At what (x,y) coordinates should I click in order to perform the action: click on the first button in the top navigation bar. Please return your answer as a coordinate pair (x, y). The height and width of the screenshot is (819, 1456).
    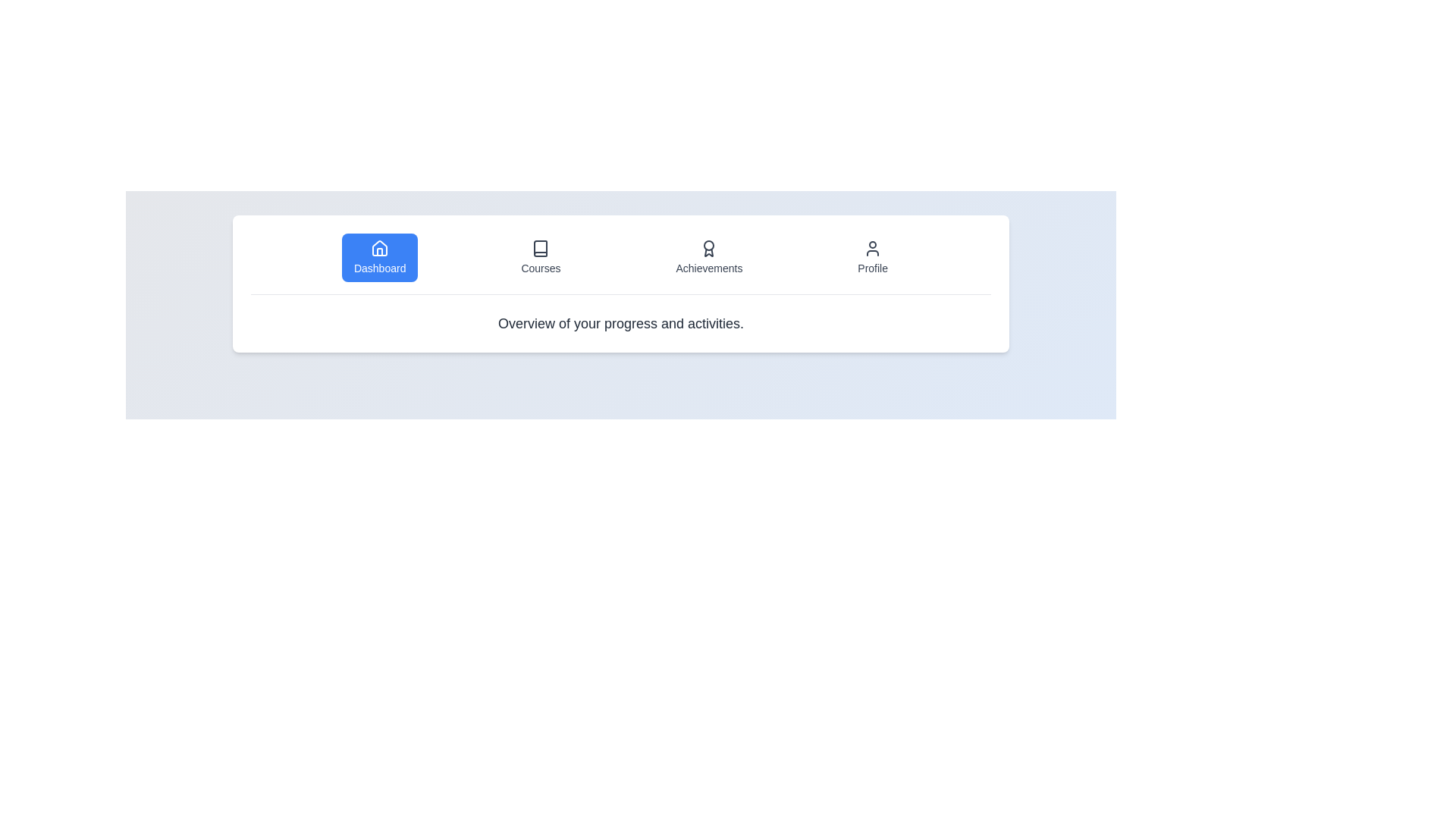
    Looking at the image, I should click on (380, 256).